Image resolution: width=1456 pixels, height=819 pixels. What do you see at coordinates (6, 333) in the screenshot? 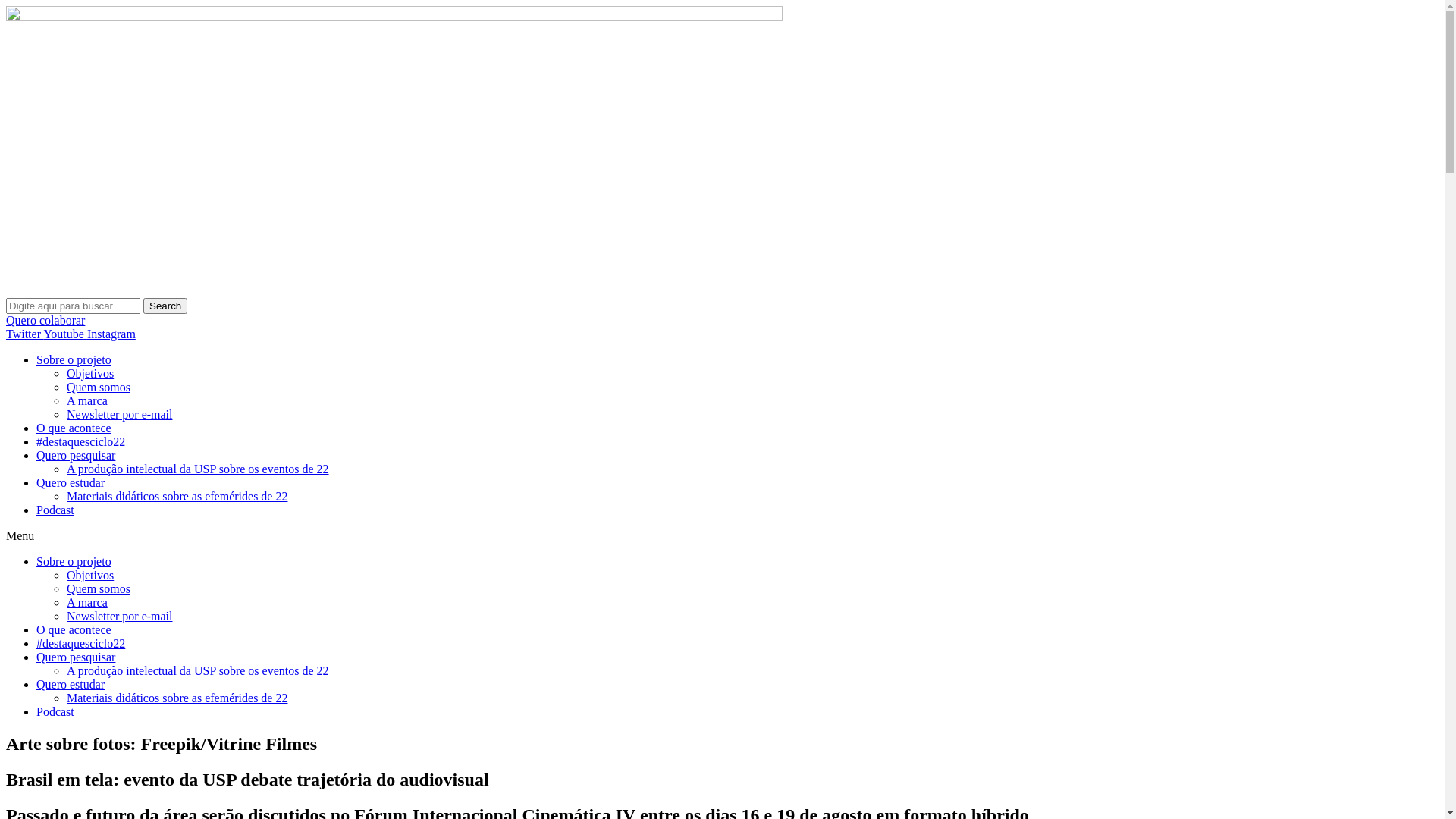
I see `'Twitter'` at bounding box center [6, 333].